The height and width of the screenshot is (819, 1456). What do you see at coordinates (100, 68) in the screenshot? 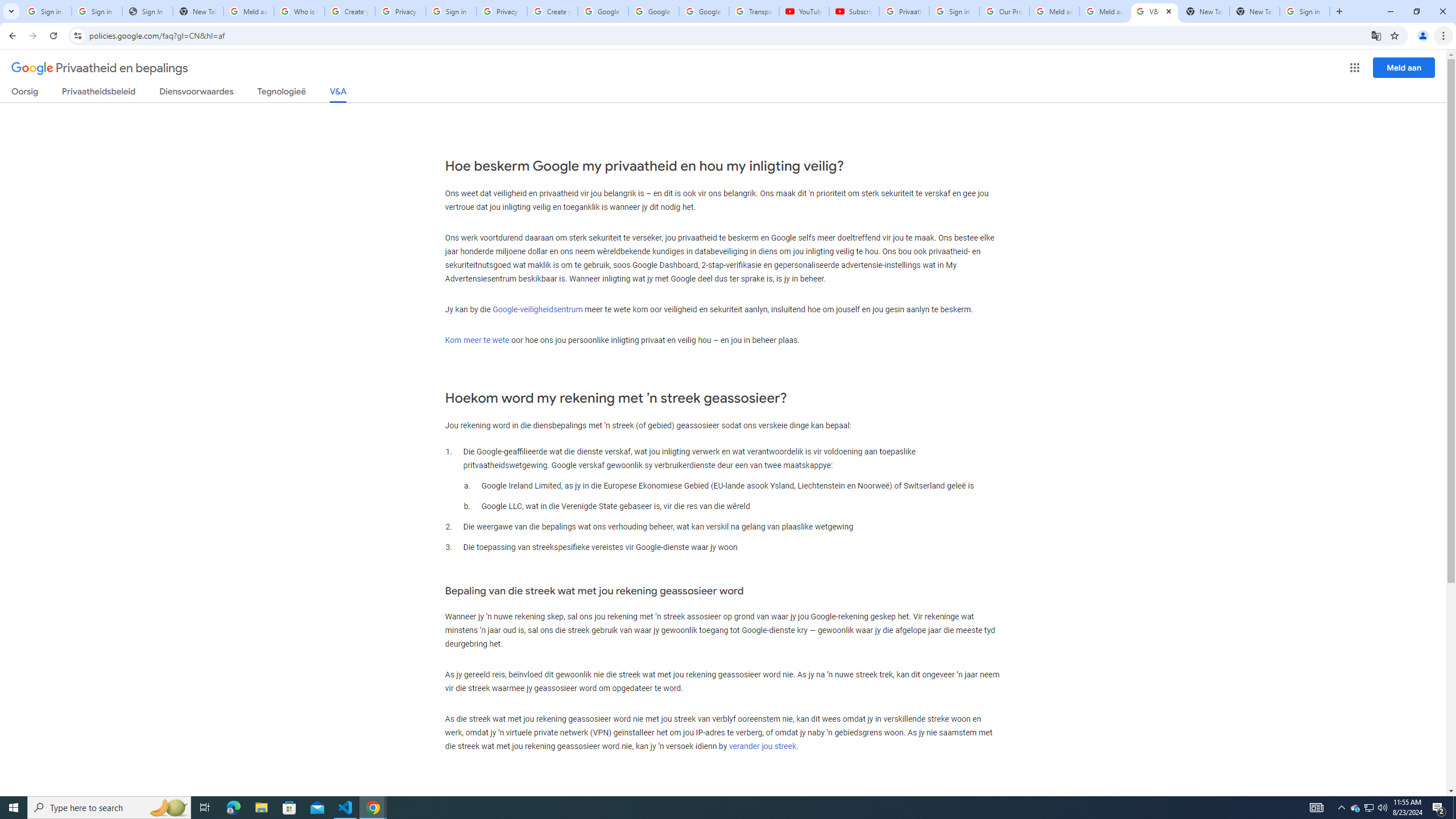
I see `'Privaatheid en bepalings'` at bounding box center [100, 68].